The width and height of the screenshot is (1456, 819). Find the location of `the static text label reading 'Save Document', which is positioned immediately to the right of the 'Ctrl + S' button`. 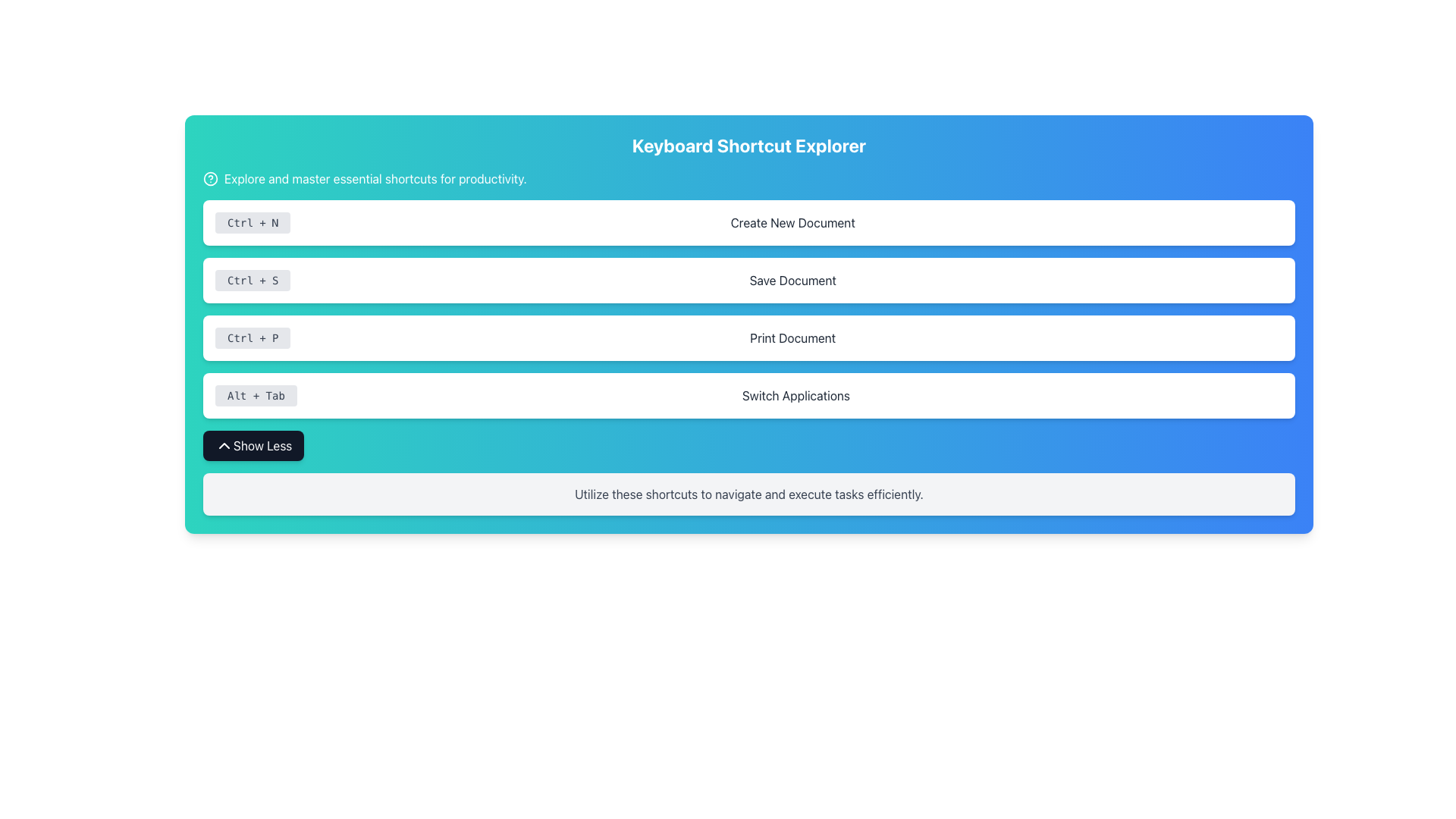

the static text label reading 'Save Document', which is positioned immediately to the right of the 'Ctrl + S' button is located at coordinates (792, 281).